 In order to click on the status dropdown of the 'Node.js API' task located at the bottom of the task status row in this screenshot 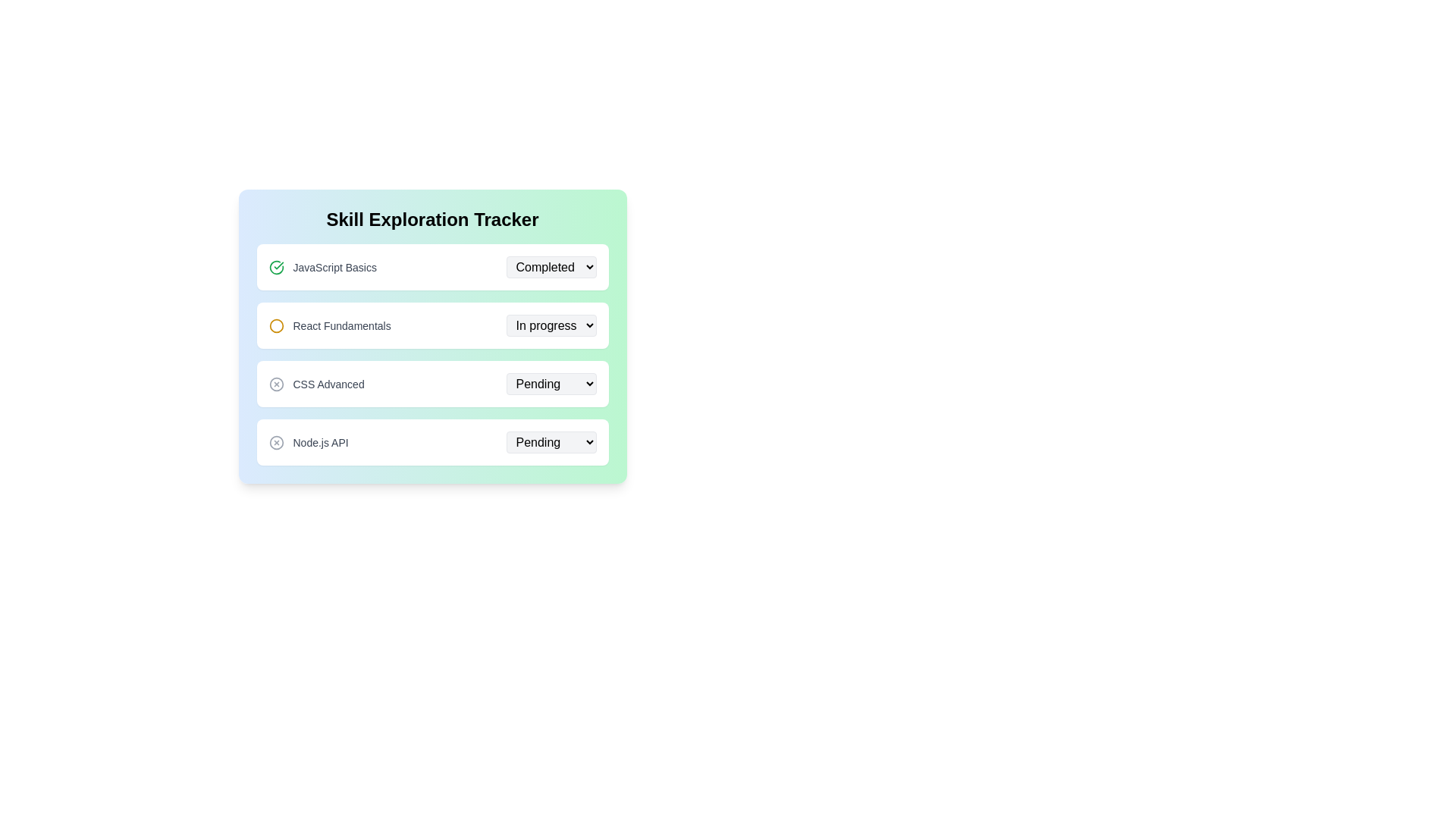, I will do `click(431, 442)`.